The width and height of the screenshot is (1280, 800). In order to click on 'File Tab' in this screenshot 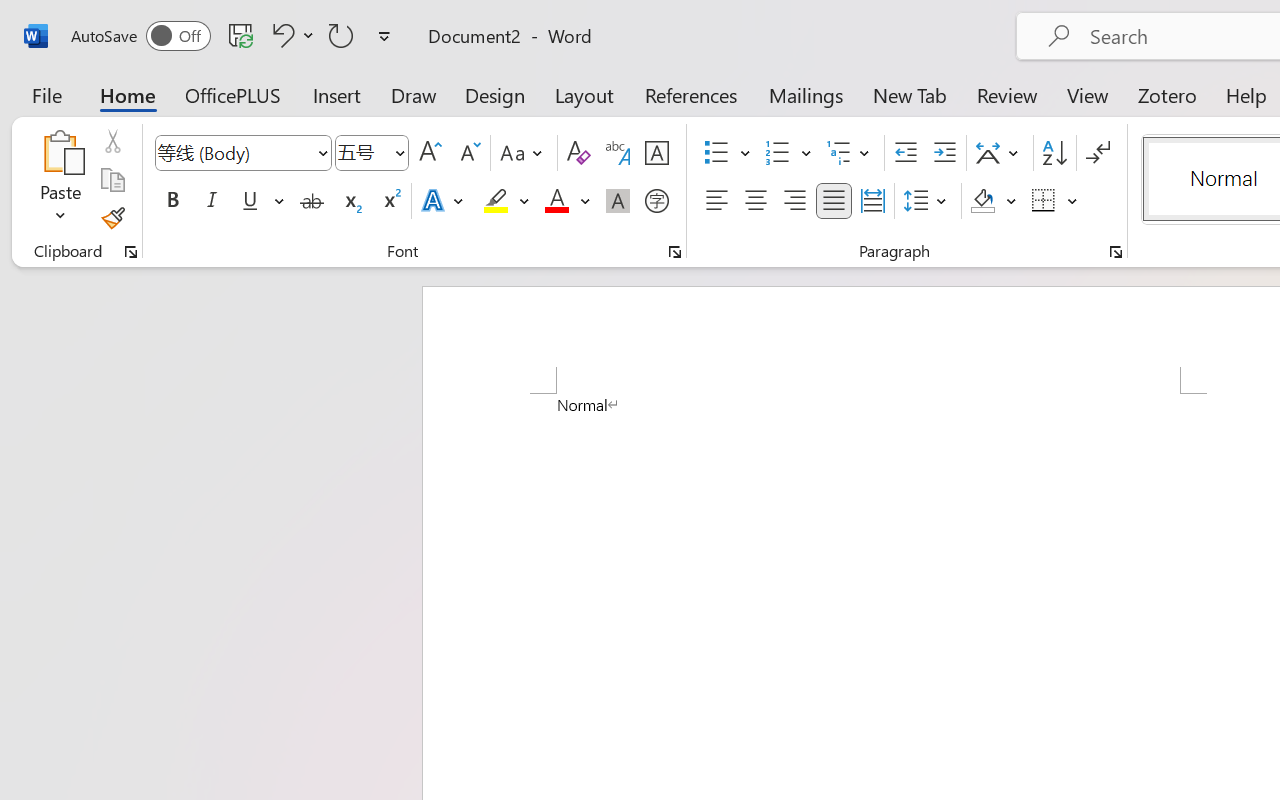, I will do `click(46, 94)`.